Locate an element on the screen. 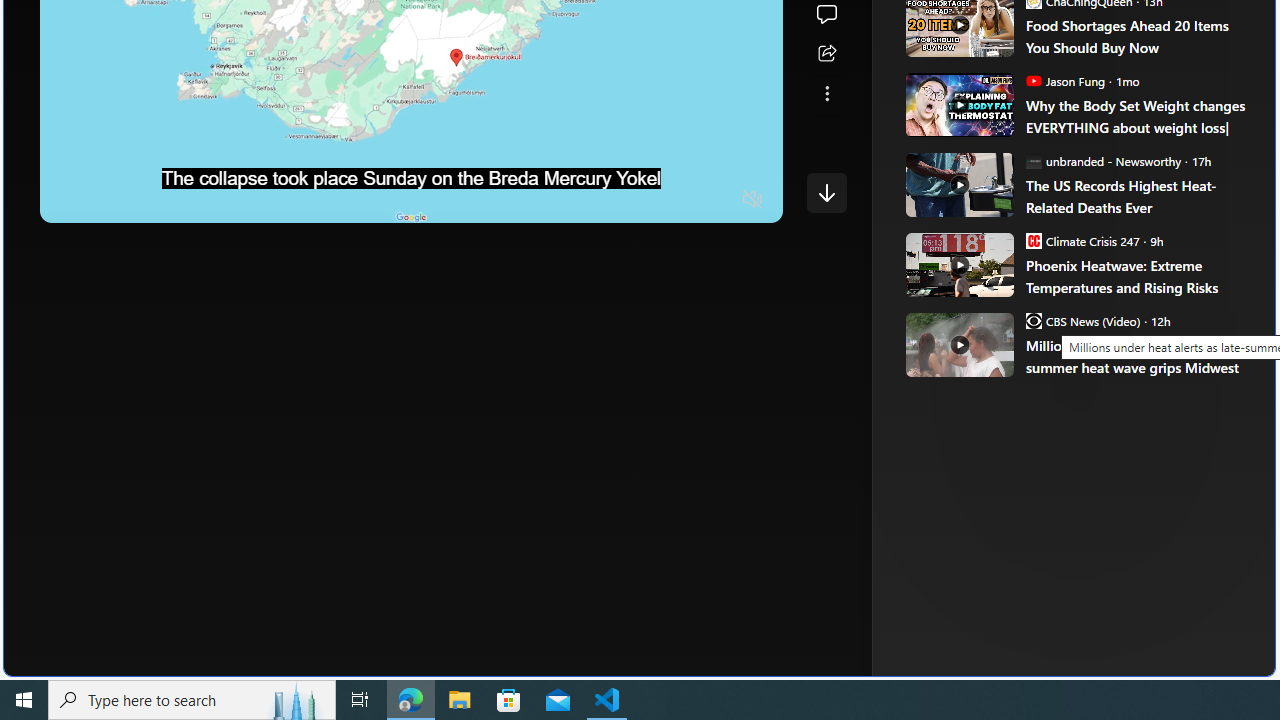  'CBS News (Video)' is located at coordinates (1033, 319).